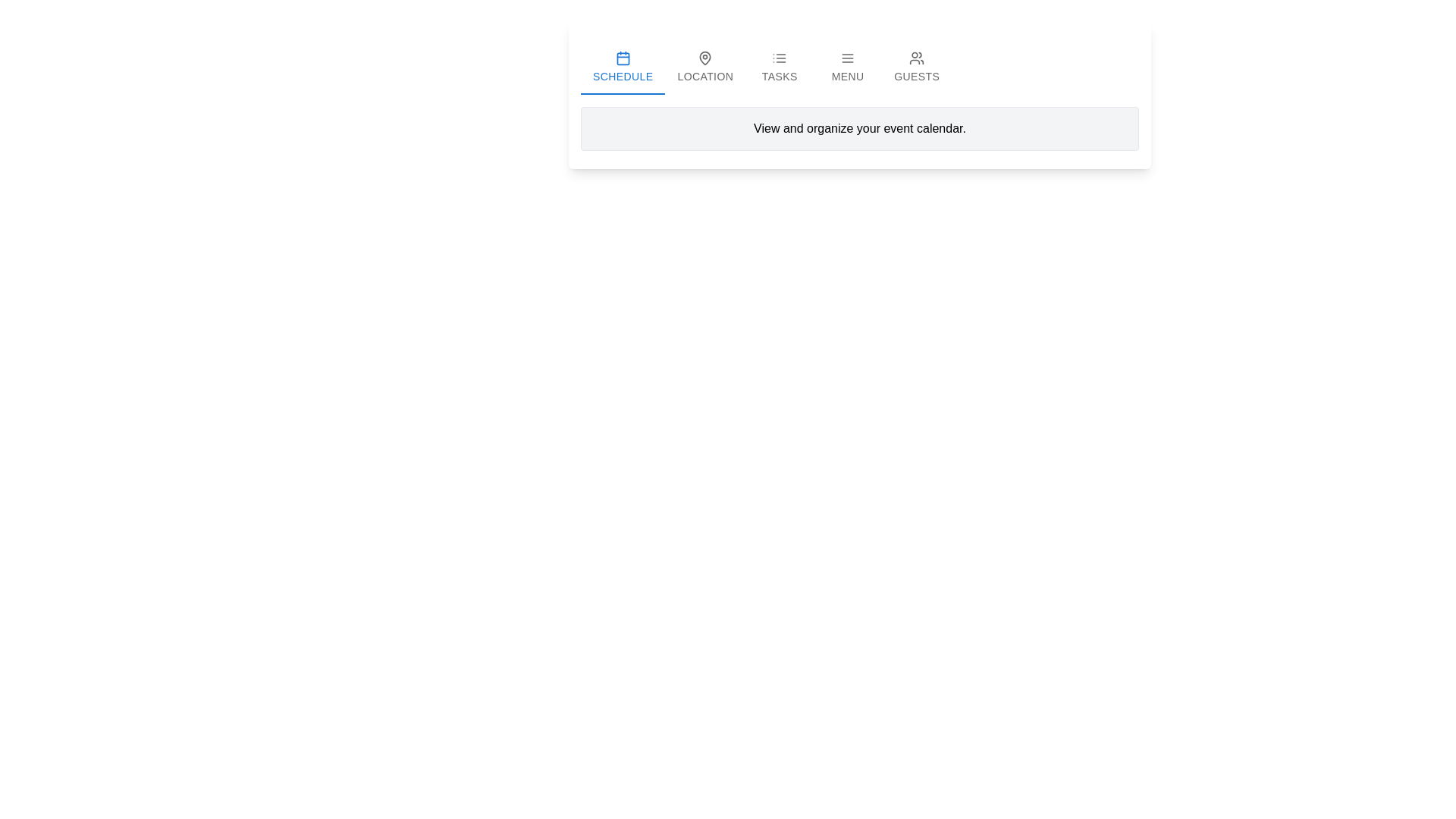 Image resolution: width=1456 pixels, height=819 pixels. I want to click on the 'Schedule' tab icon, which visually represents a calendar and is located above the 'SCHEDULE' label in the navigation bar, so click(623, 58).